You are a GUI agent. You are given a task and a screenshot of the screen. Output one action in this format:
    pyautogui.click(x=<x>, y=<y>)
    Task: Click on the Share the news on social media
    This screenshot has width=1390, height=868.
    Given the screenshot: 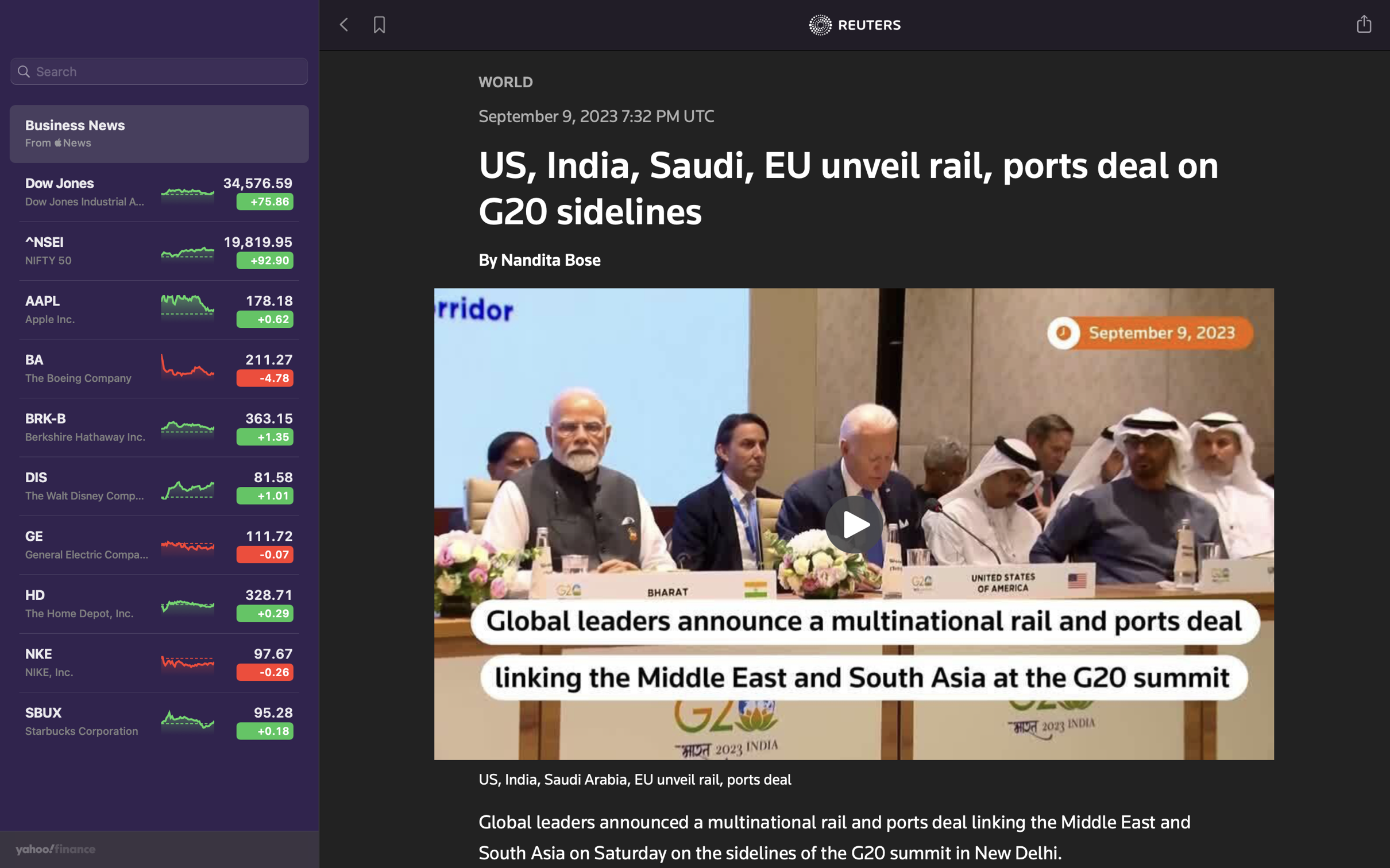 What is the action you would take?
    pyautogui.click(x=1365, y=22)
    